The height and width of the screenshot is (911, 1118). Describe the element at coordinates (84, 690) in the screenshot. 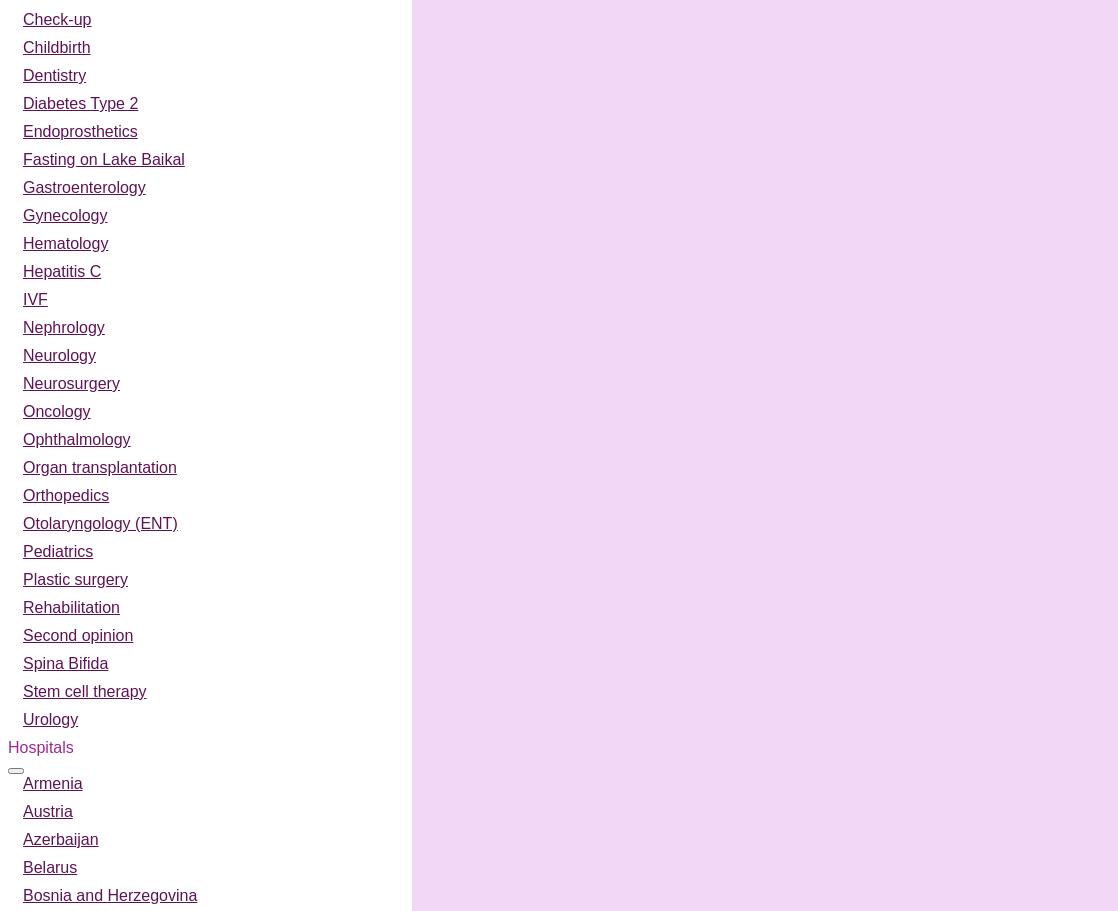

I see `'Stem cell therapy'` at that location.